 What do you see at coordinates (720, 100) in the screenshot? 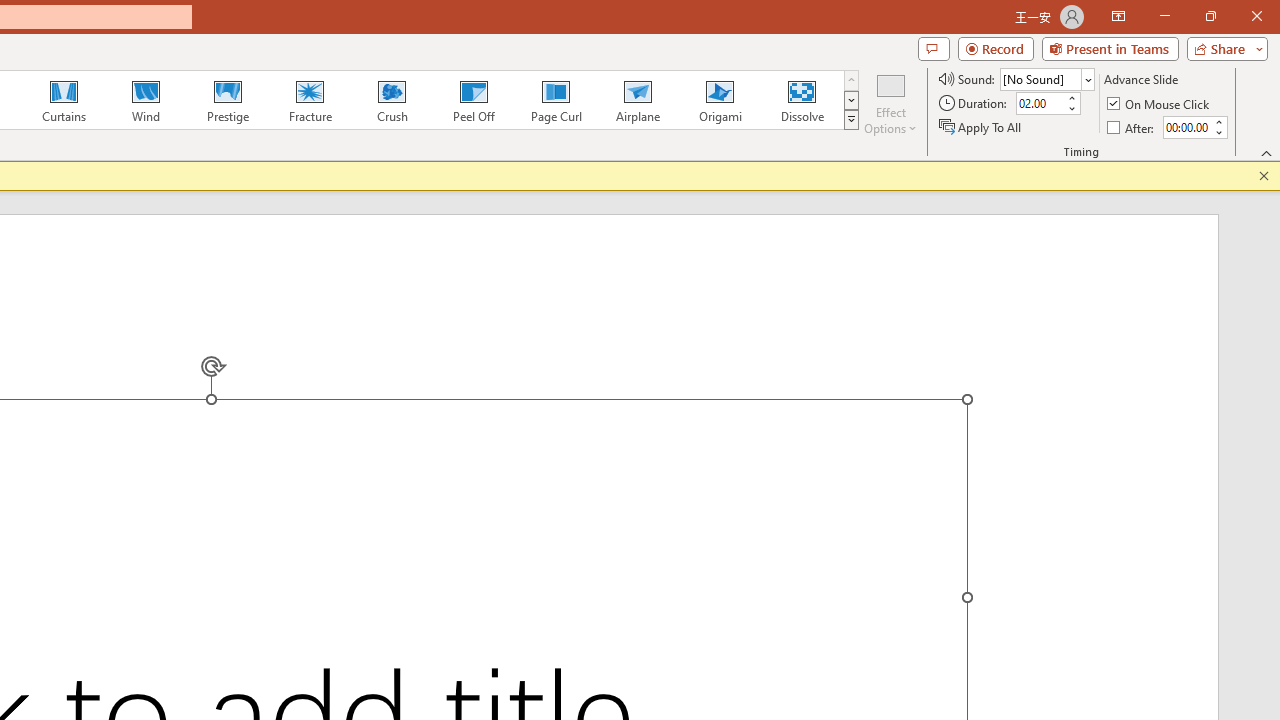
I see `'Origami'` at bounding box center [720, 100].